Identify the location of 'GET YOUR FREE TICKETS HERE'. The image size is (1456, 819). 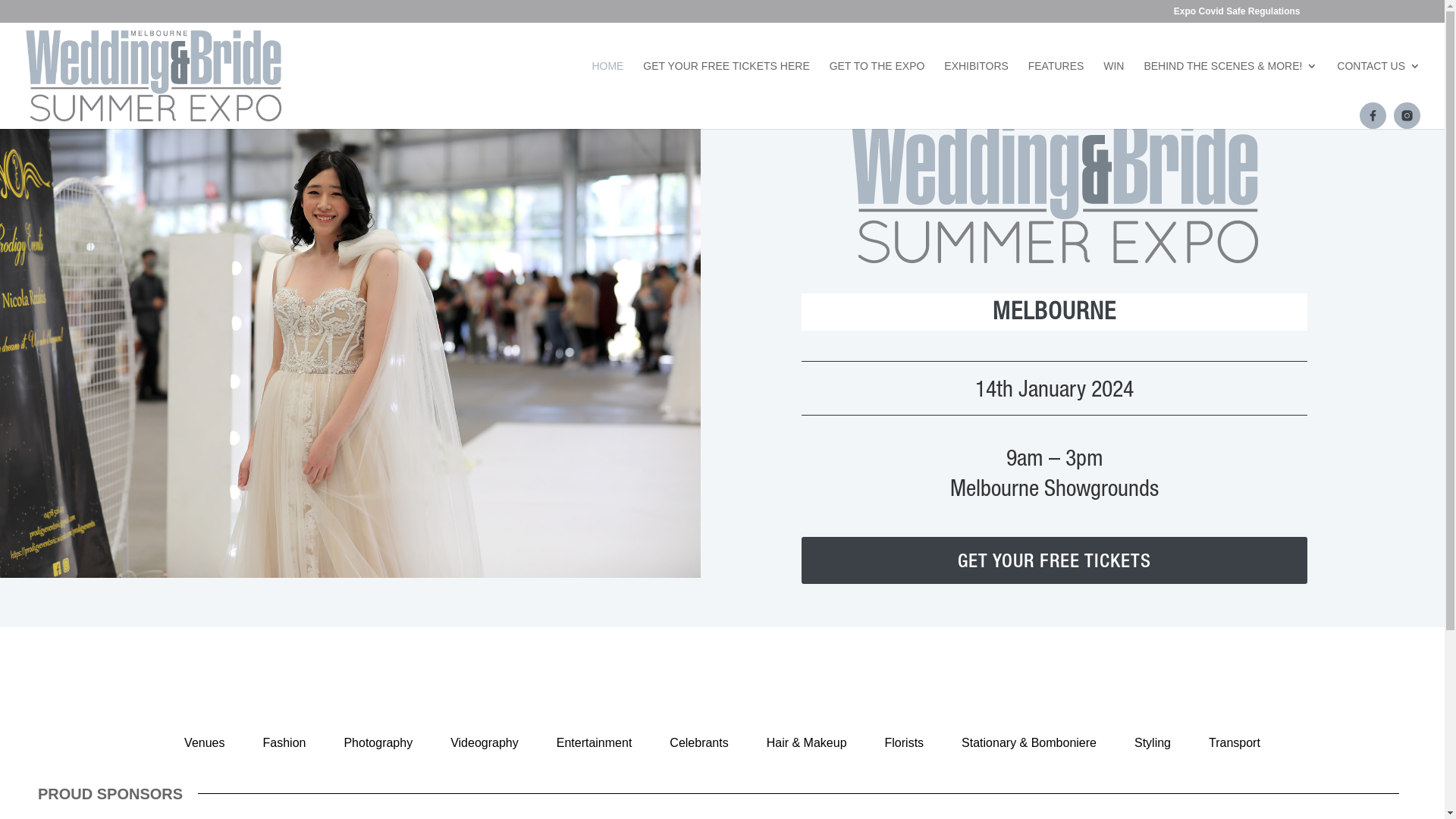
(643, 84).